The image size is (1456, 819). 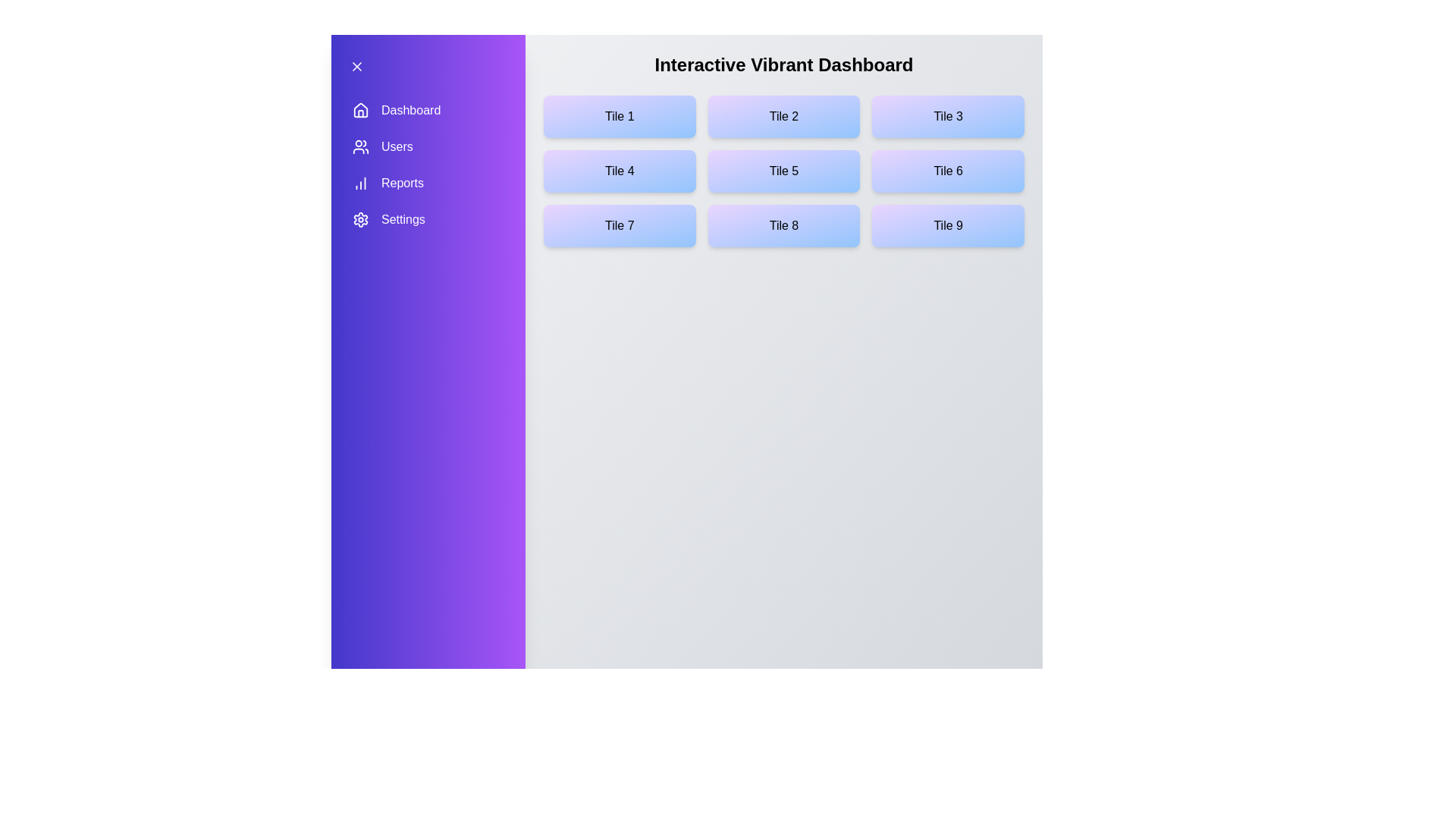 I want to click on the menu item Settings in the sidebar, so click(x=428, y=219).